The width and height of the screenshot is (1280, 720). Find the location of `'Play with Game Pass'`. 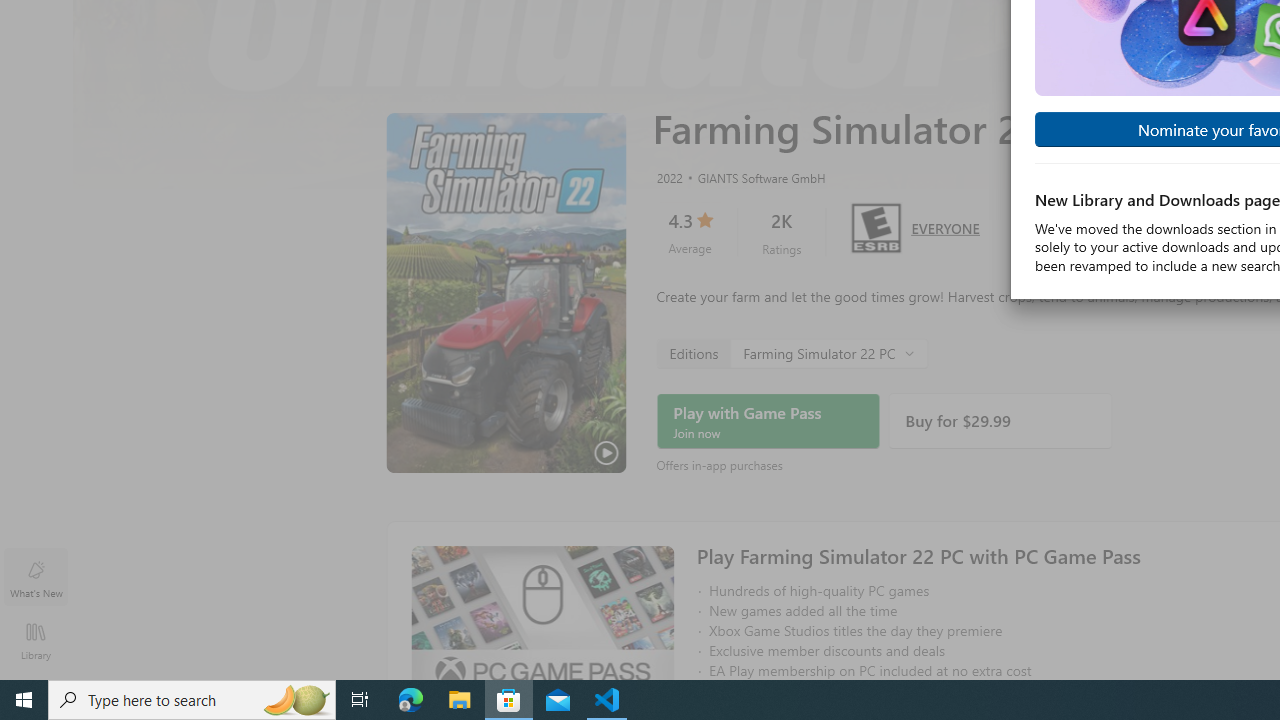

'Play with Game Pass' is located at coordinates (767, 420).